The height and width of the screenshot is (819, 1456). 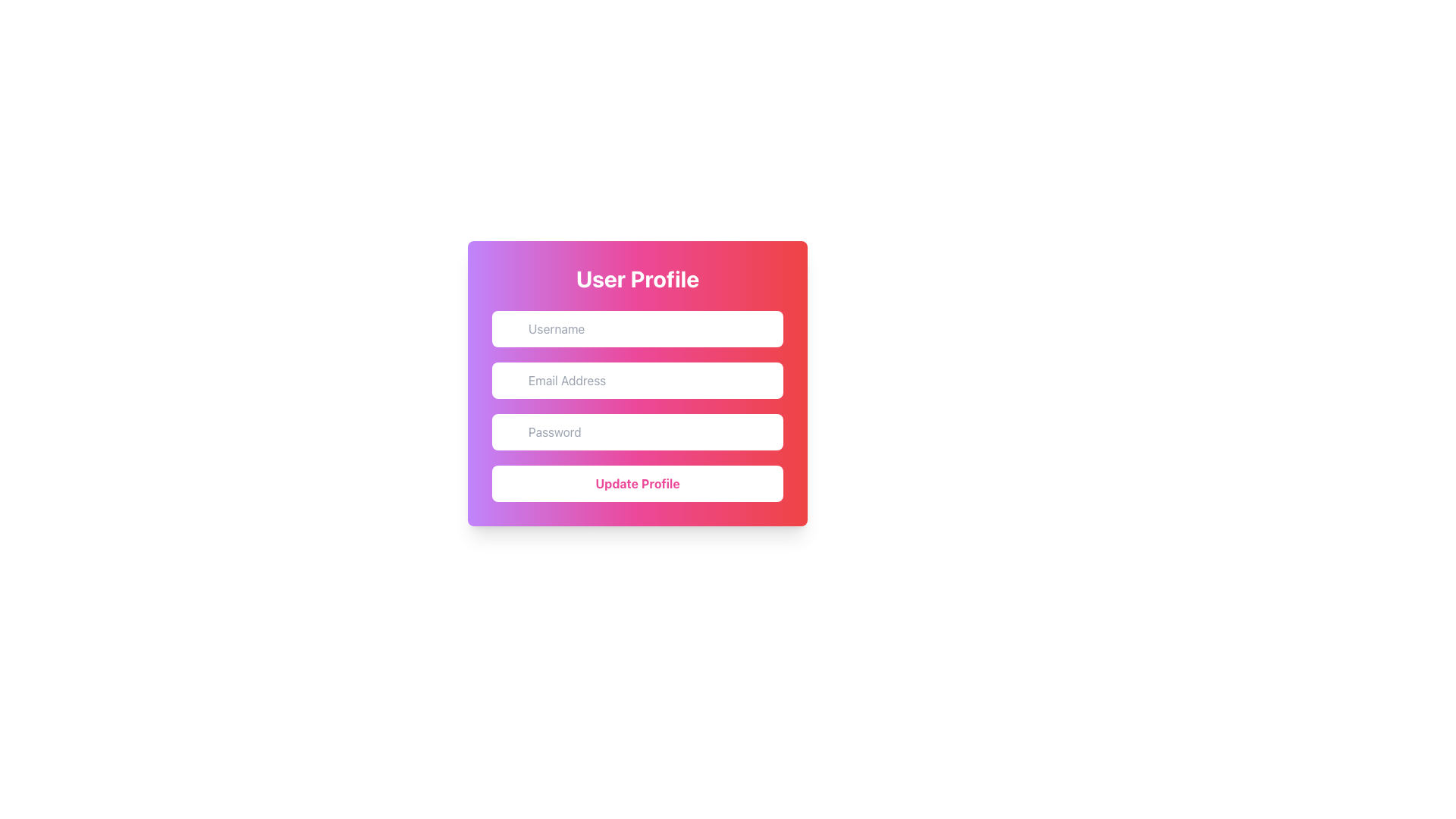 What do you see at coordinates (637, 328) in the screenshot?
I see `the Text Input Field for entering the username in the 'User Profile' form by tabbing to it` at bounding box center [637, 328].